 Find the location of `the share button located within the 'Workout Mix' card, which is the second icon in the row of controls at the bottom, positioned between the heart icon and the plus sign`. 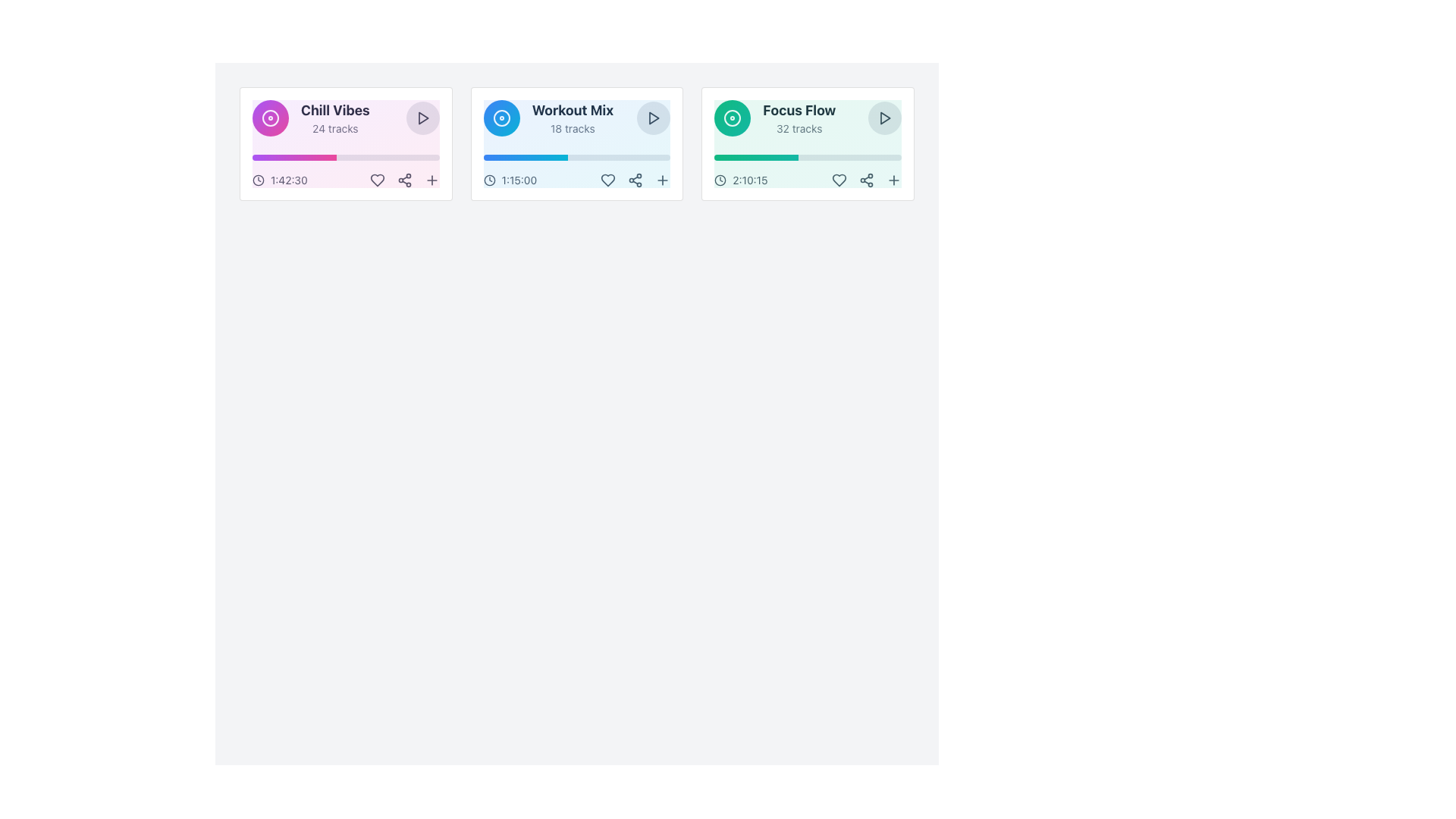

the share button located within the 'Workout Mix' card, which is the second icon in the row of controls at the bottom, positioned between the heart icon and the plus sign is located at coordinates (635, 180).